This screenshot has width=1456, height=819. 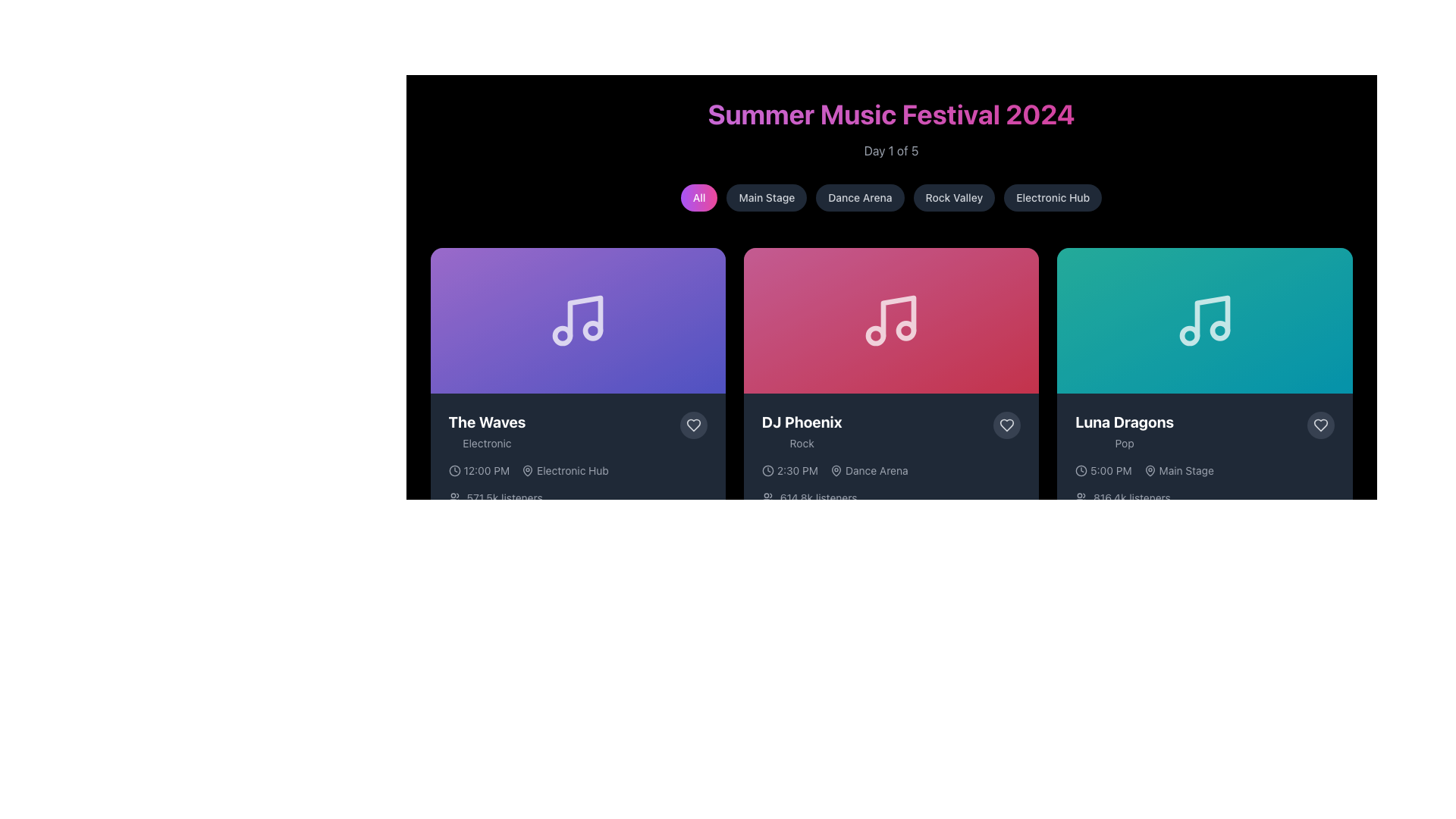 I want to click on the text block indicating 'Luna Dragons' and 'Pop' for further options in the musical presentation card located at the bottom of the card layout, so click(x=1203, y=431).